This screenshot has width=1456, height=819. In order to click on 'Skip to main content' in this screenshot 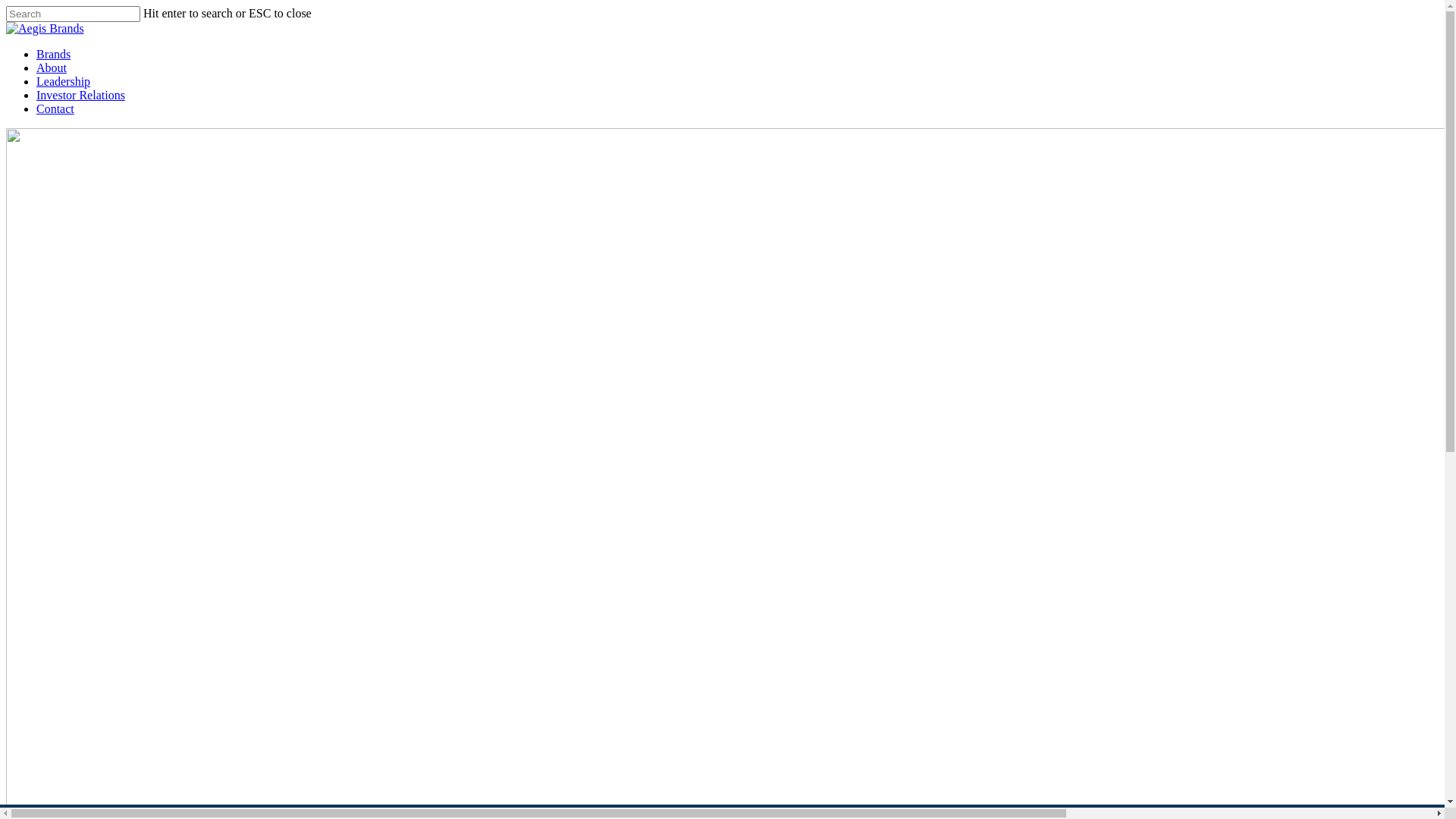, I will do `click(5, 5)`.